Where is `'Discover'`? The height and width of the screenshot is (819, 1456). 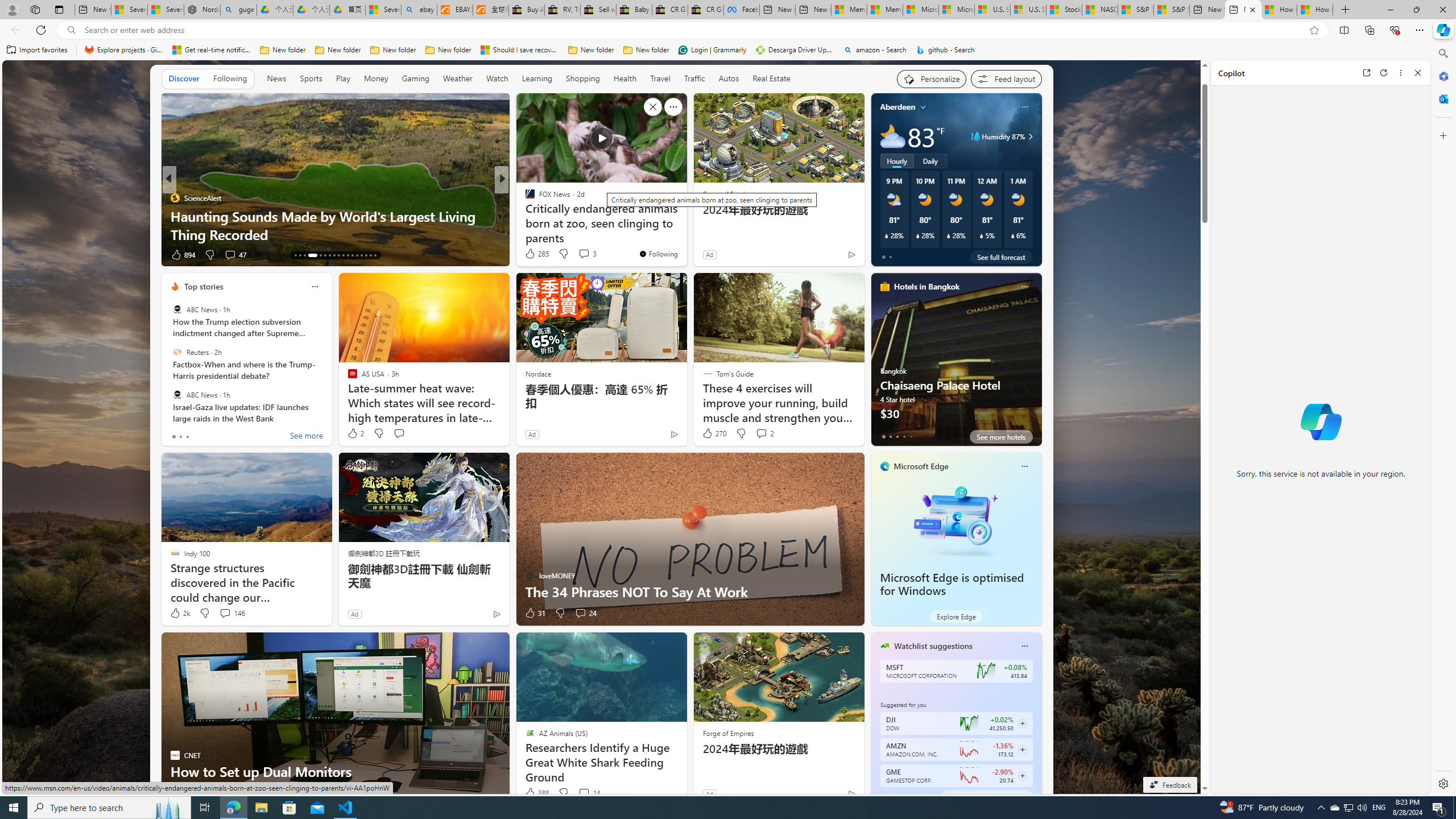
'Discover' is located at coordinates (183, 78).